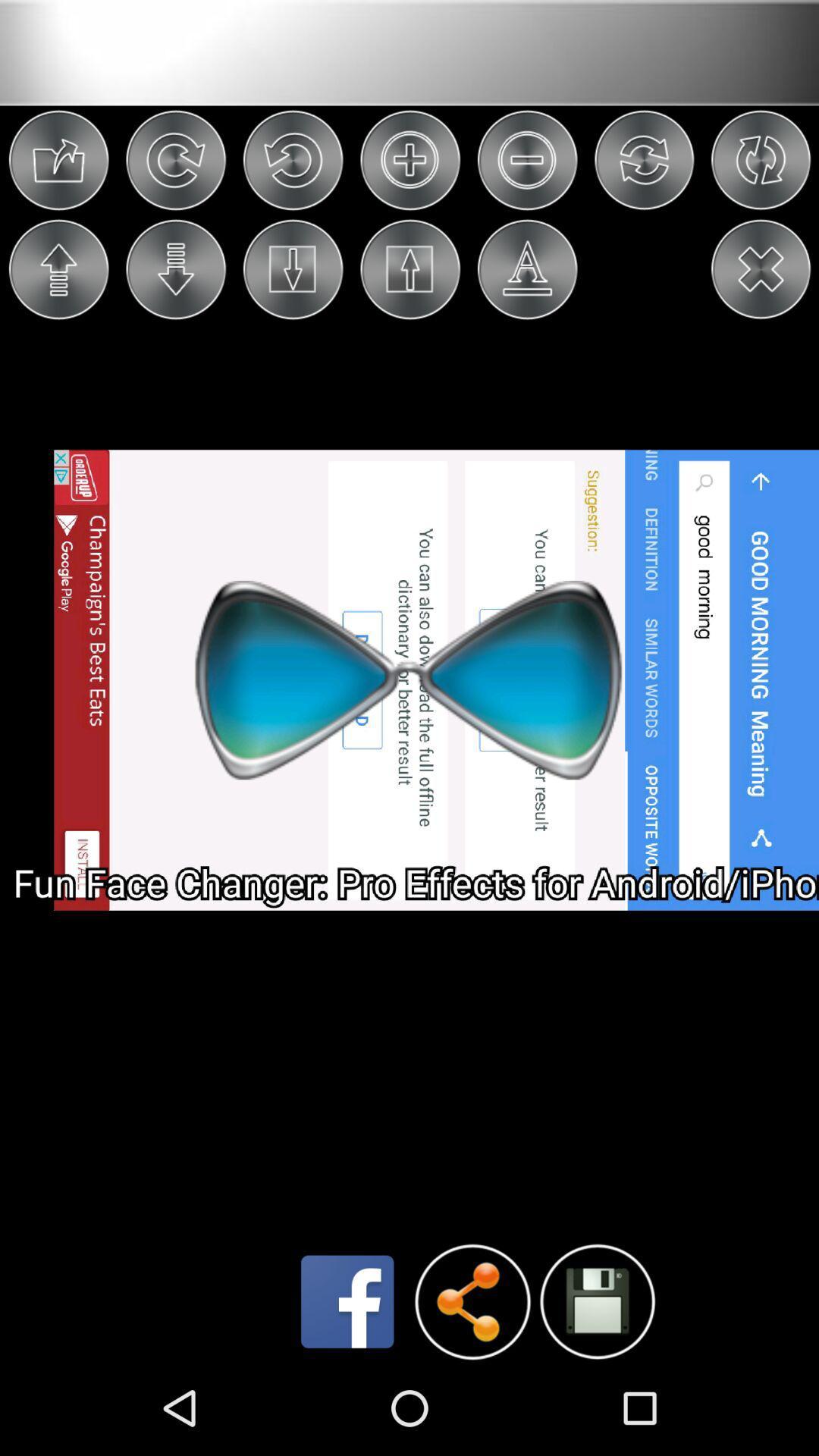 This screenshot has height=1456, width=819. What do you see at coordinates (596, 1392) in the screenshot?
I see `the save icon` at bounding box center [596, 1392].